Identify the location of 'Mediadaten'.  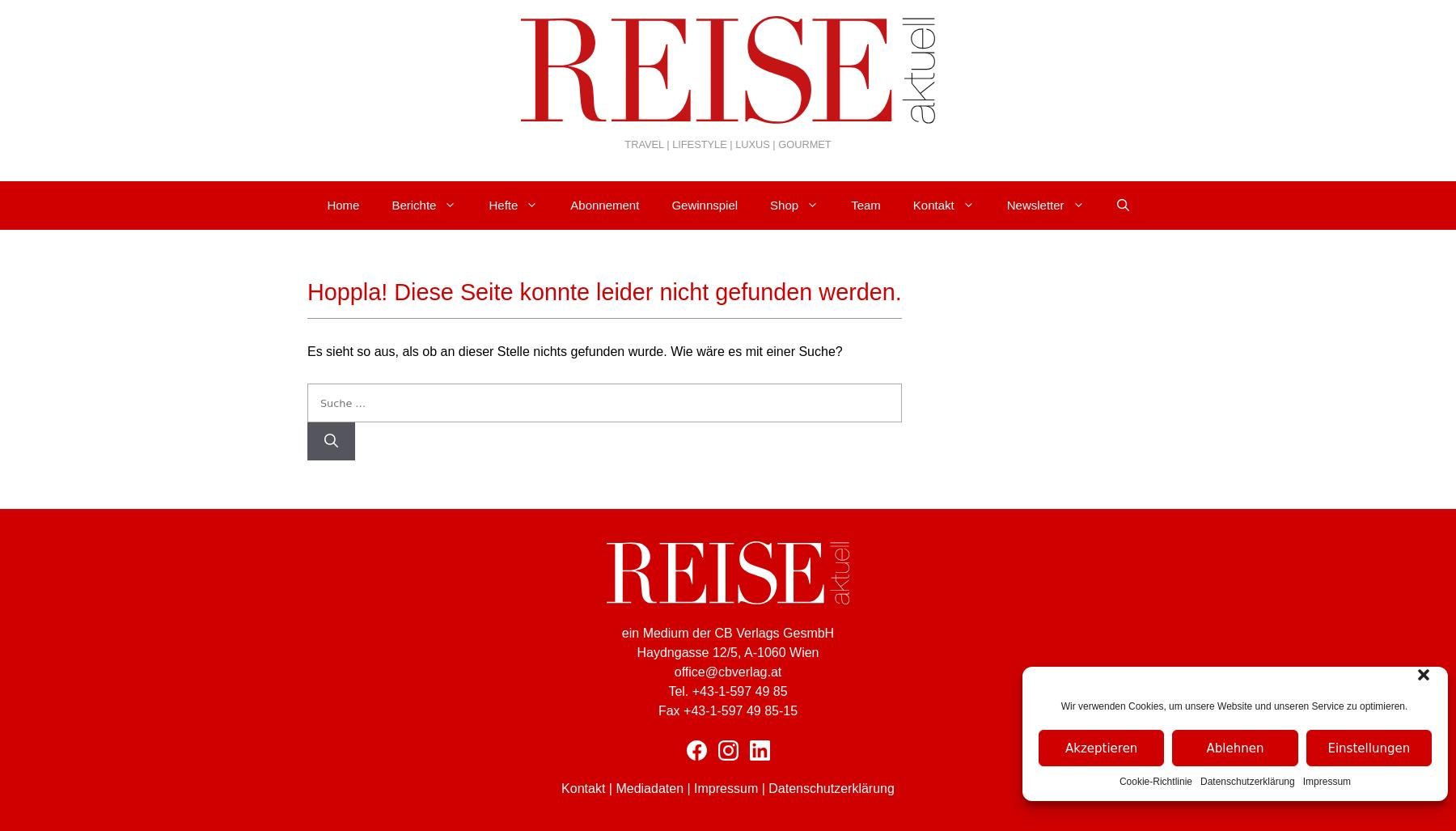
(649, 787).